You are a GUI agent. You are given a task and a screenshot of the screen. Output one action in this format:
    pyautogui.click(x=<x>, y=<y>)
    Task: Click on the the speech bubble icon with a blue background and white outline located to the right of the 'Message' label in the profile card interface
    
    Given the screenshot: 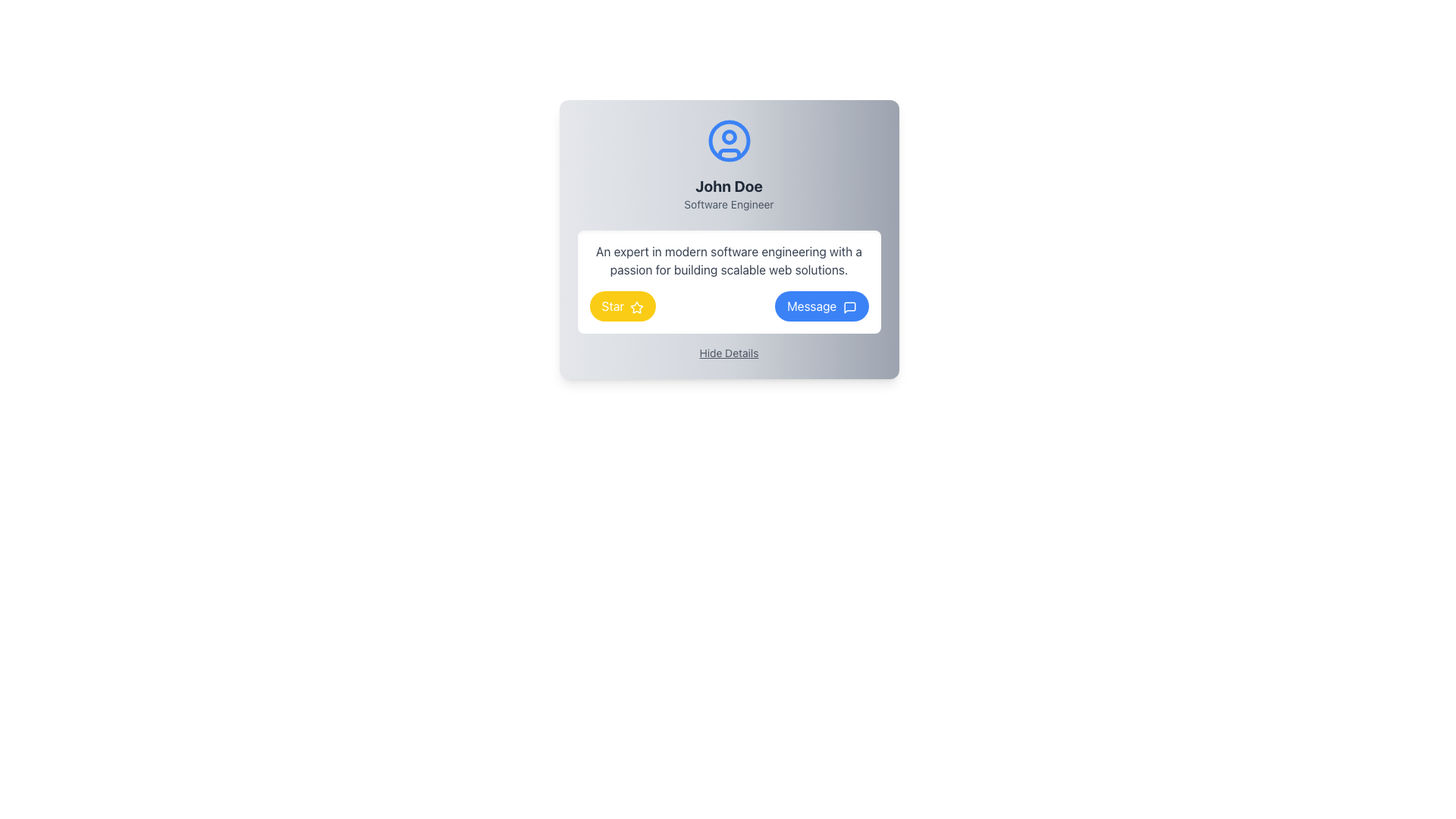 What is the action you would take?
    pyautogui.click(x=849, y=307)
    